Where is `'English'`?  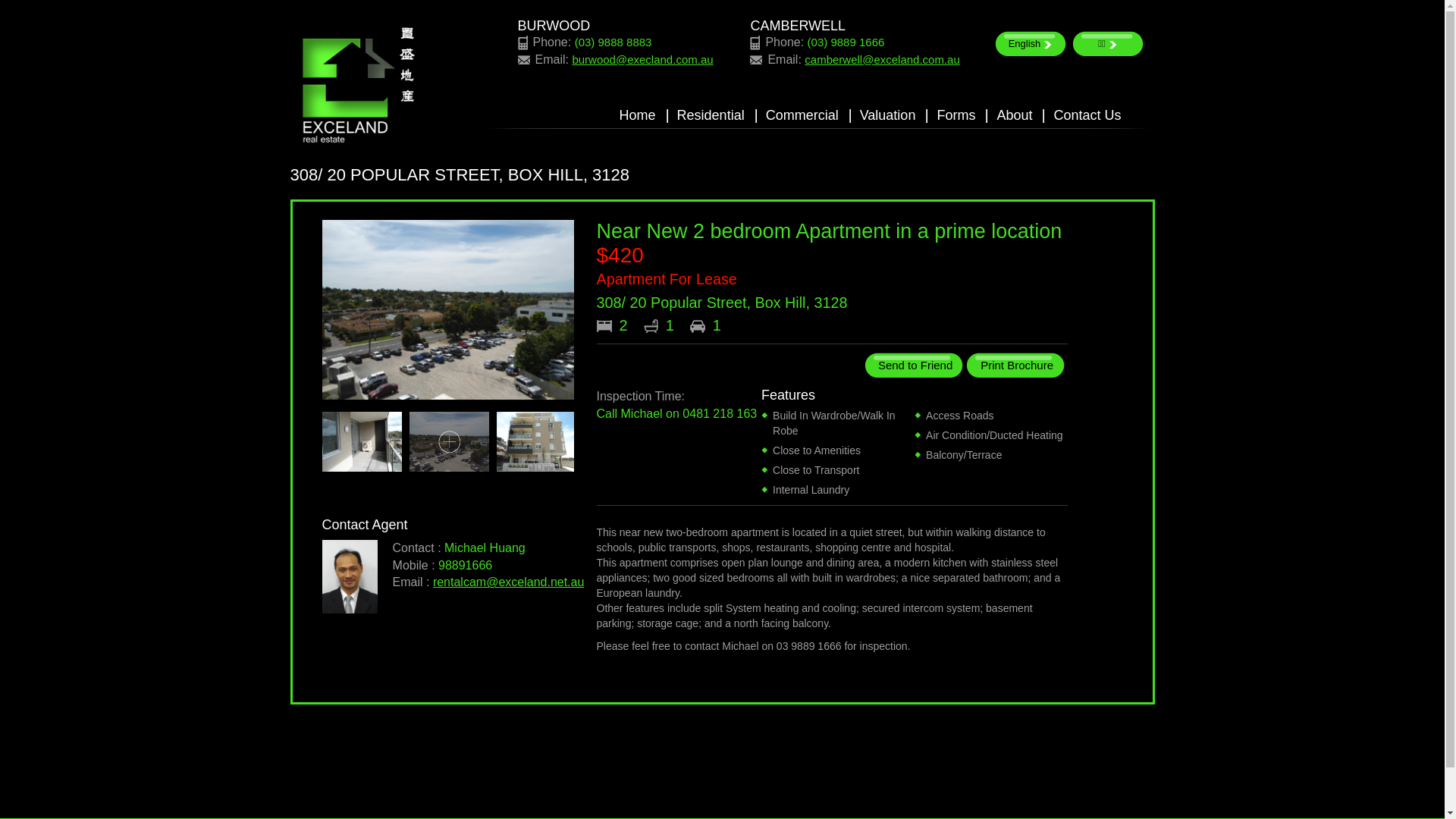
'English' is located at coordinates (1030, 42).